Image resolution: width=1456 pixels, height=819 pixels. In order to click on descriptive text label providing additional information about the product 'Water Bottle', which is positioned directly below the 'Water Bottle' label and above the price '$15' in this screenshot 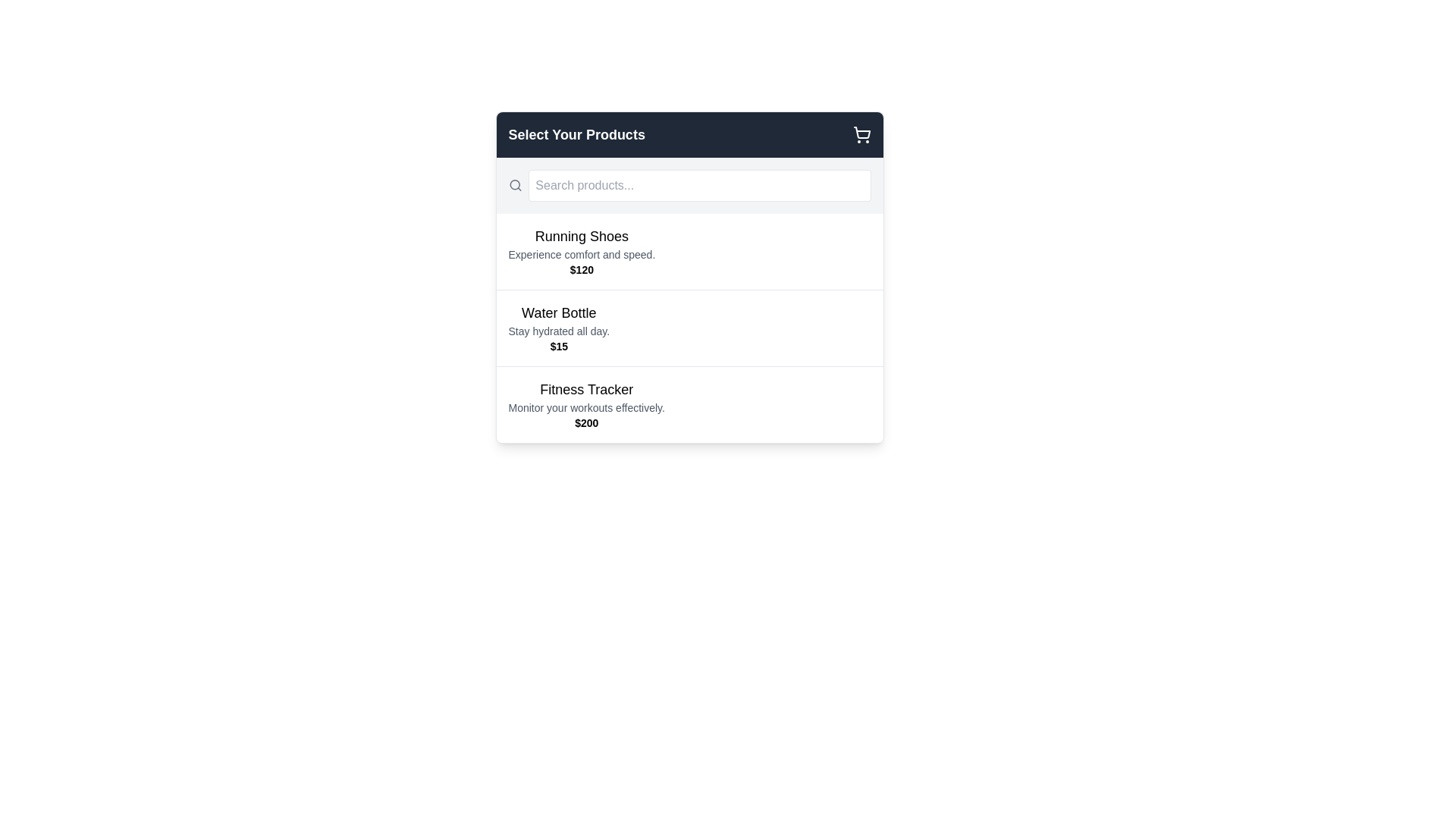, I will do `click(558, 330)`.